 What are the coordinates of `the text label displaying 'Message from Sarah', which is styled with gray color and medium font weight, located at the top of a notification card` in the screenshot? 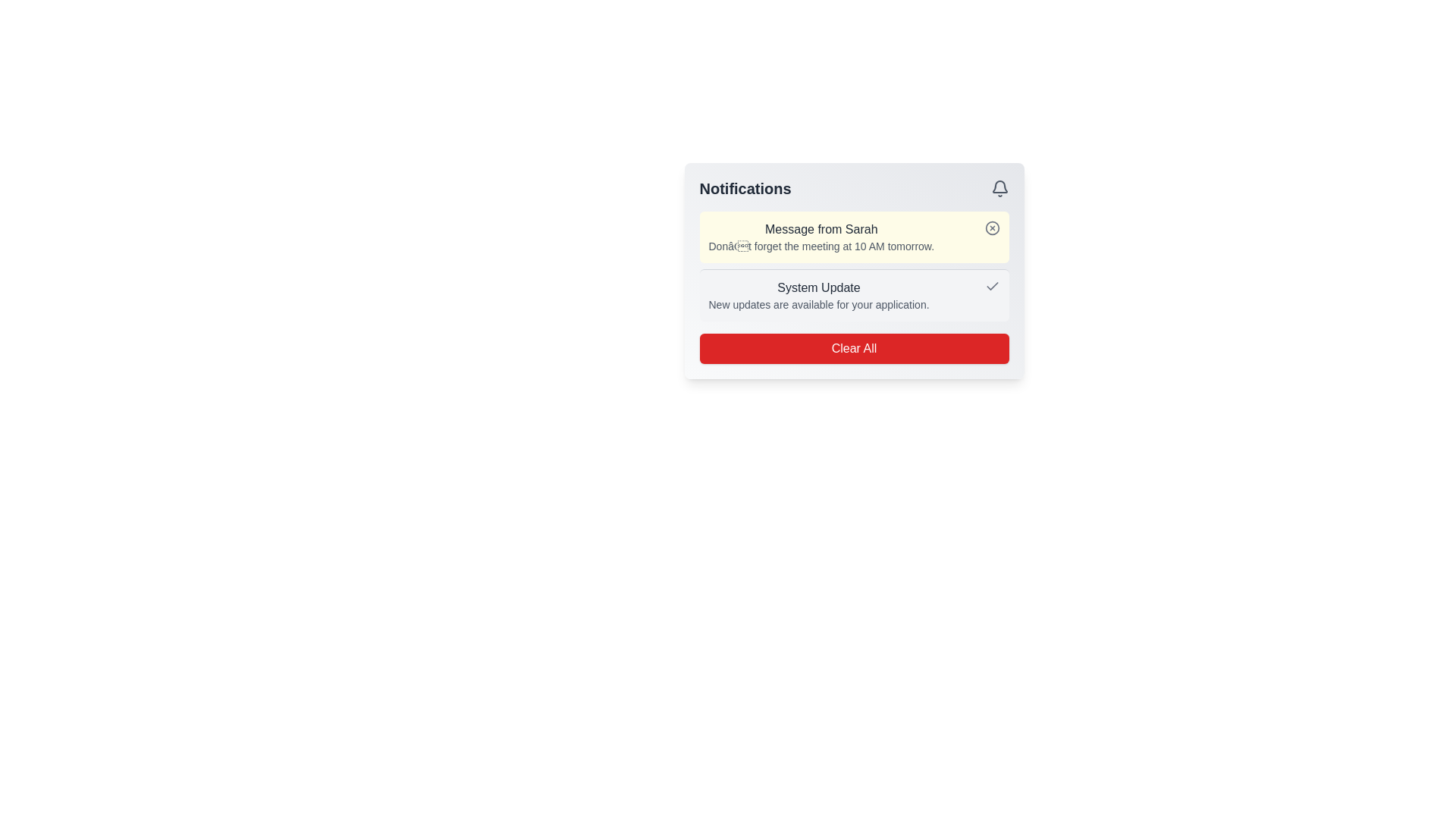 It's located at (821, 230).